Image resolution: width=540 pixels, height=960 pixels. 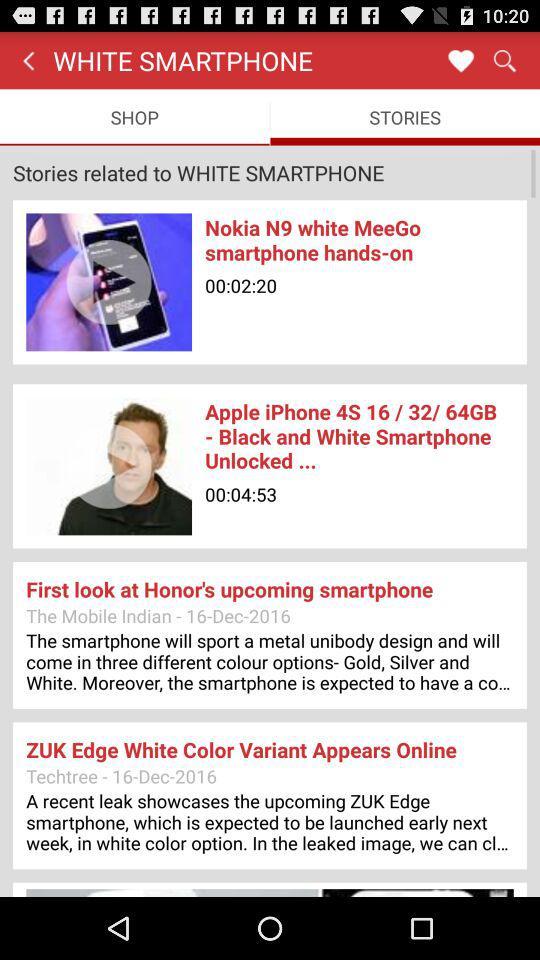 What do you see at coordinates (134, 117) in the screenshot?
I see `icon to the left of stories item` at bounding box center [134, 117].